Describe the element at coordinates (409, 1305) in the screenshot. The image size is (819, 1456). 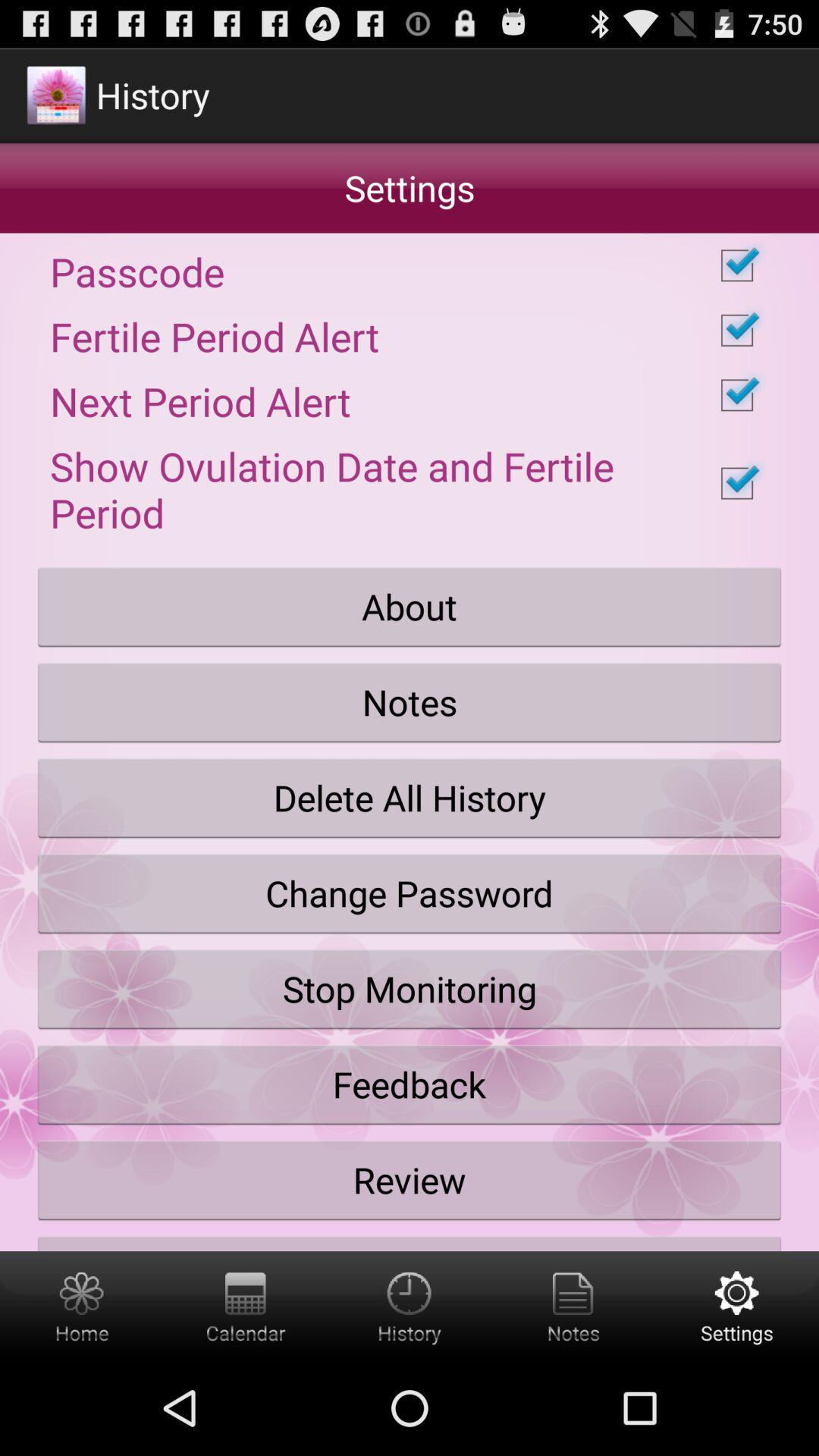
I see `check history` at that location.